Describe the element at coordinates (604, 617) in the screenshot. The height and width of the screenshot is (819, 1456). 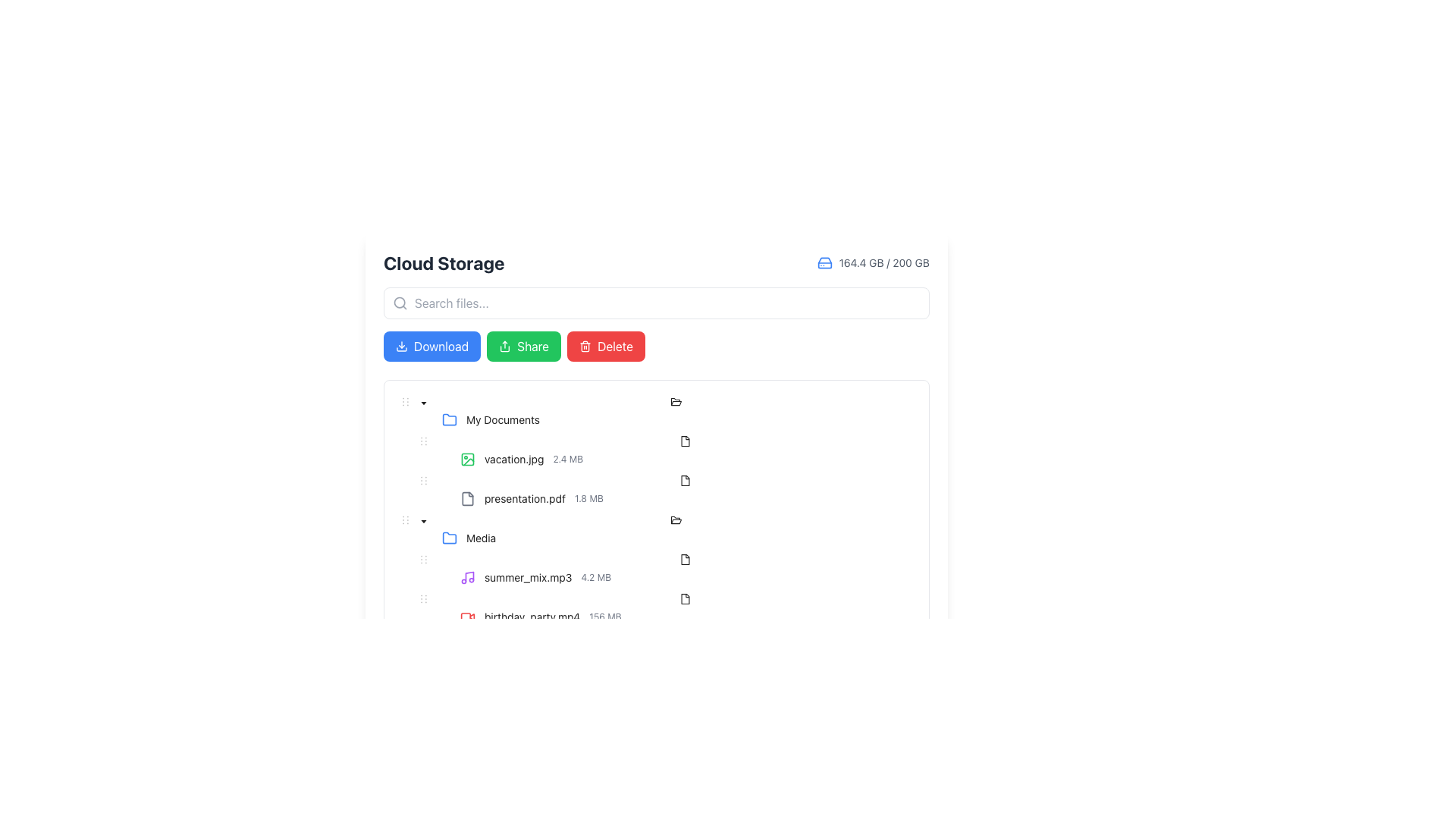
I see `the text label displaying '156 MB', which is styled with gray color and positioned next to the filename 'birthday_party.mp4' in the file listing` at that location.